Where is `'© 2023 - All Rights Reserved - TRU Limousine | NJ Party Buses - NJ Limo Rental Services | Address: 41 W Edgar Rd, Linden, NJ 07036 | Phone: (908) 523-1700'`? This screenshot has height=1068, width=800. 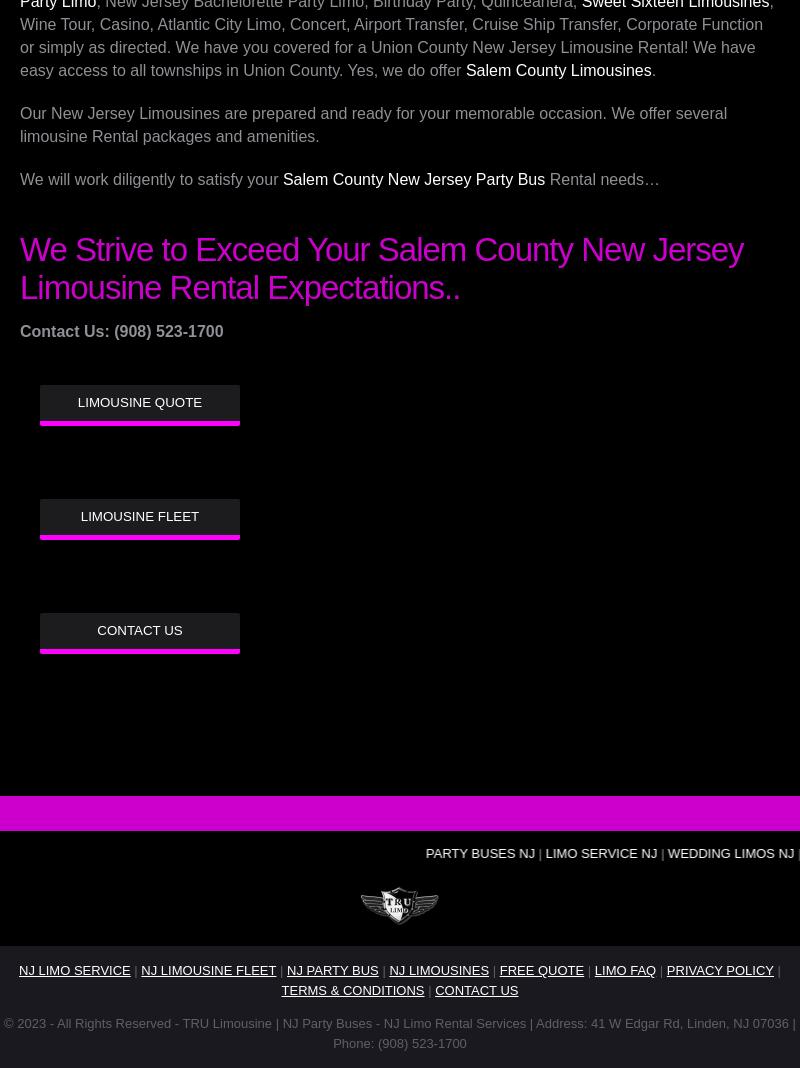
'© 2023 - All Rights Reserved - TRU Limousine | NJ Party Buses - NJ Limo Rental Services | Address: 41 W Edgar Rd, Linden, NJ 07036 | Phone: (908) 523-1700' is located at coordinates (398, 1033).